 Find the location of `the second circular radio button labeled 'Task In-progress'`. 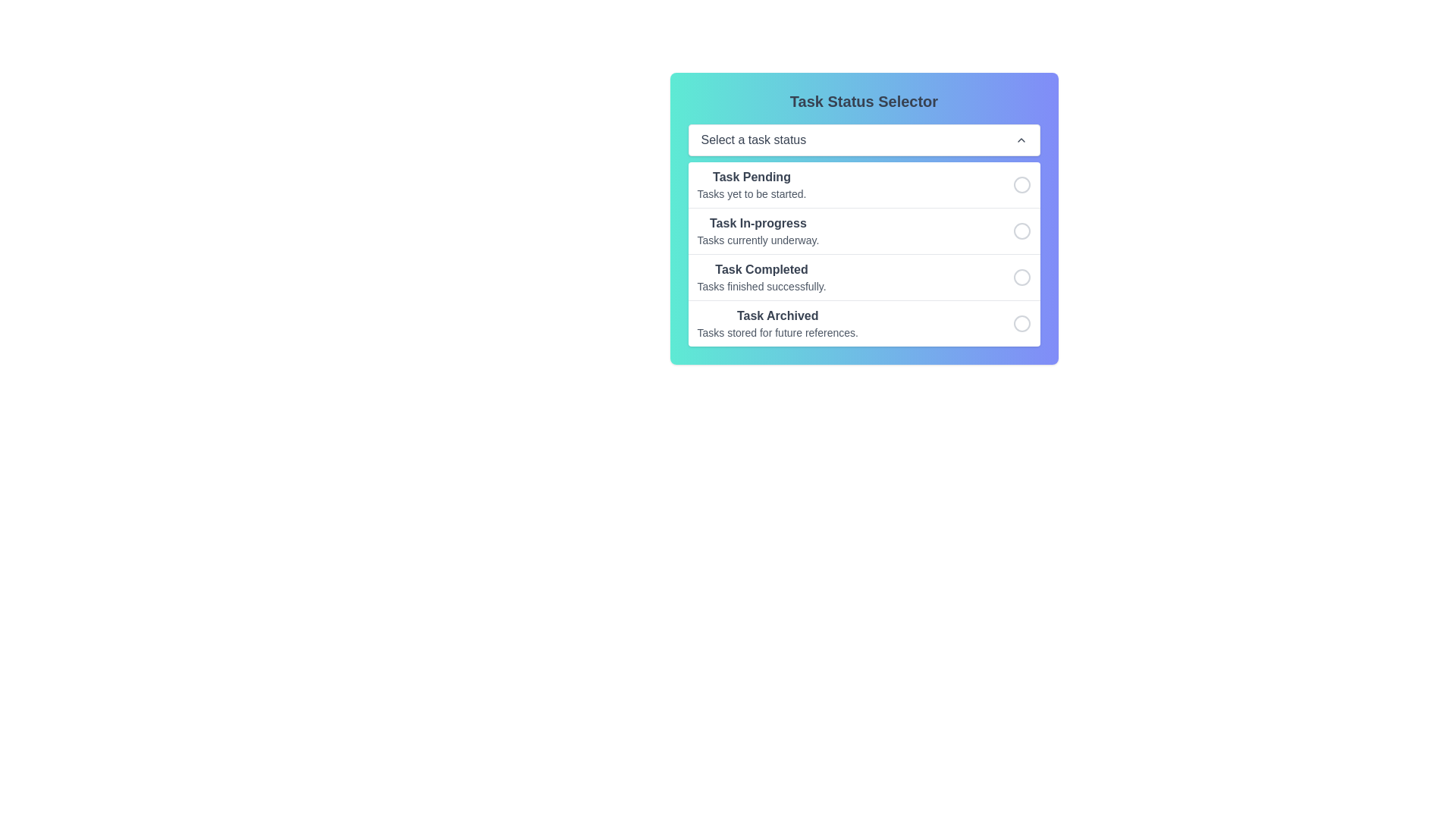

the second circular radio button labeled 'Task In-progress' is located at coordinates (1021, 231).